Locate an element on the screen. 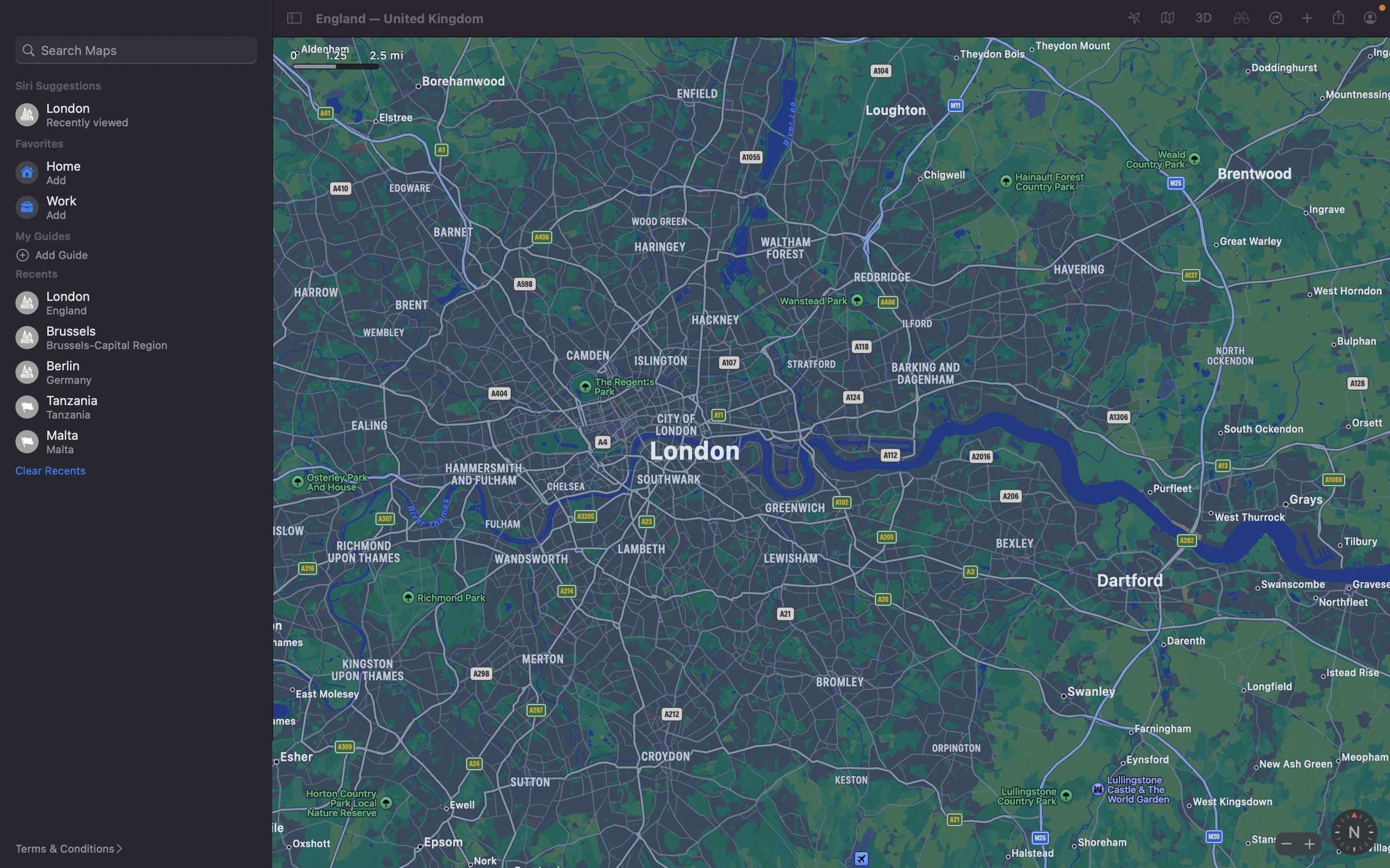 Image resolution: width=1390 pixels, height=868 pixels. Zoom in on the map is located at coordinates (1307, 843).